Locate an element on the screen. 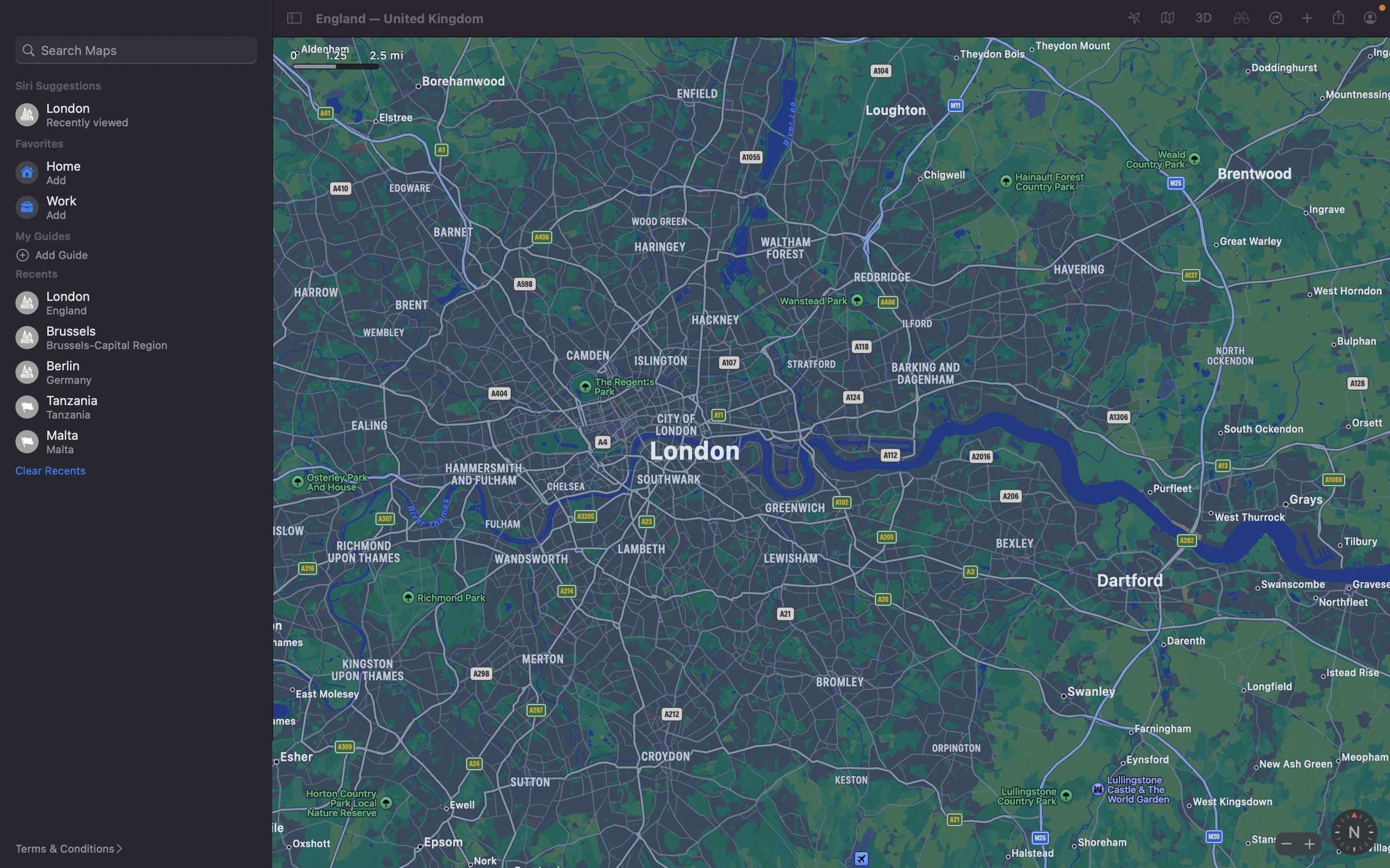 Image resolution: width=1390 pixels, height=868 pixels. Zoom in on the map is located at coordinates (1307, 843).